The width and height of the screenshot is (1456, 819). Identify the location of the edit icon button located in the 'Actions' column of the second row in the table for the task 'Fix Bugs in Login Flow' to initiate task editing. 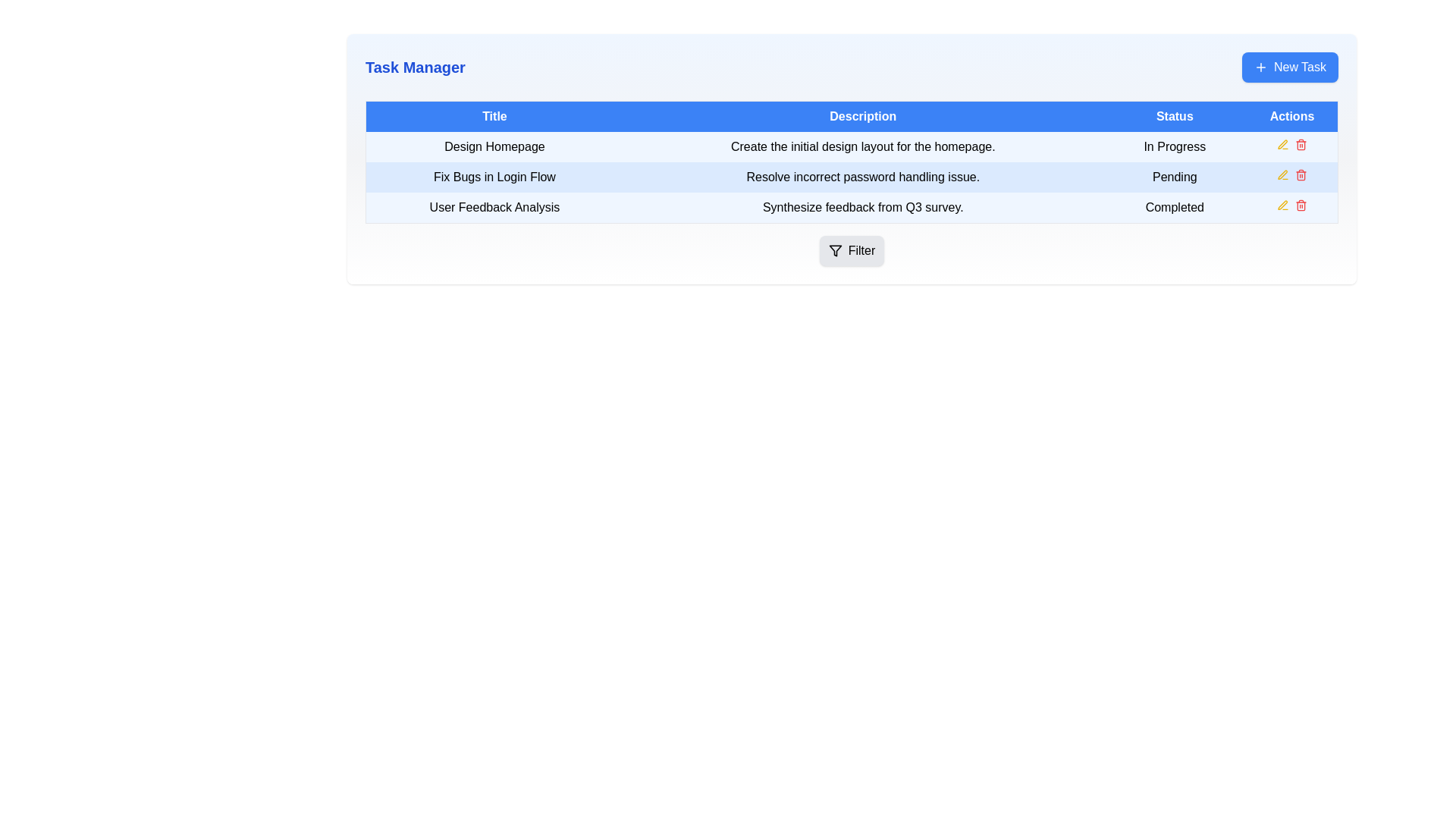
(1282, 174).